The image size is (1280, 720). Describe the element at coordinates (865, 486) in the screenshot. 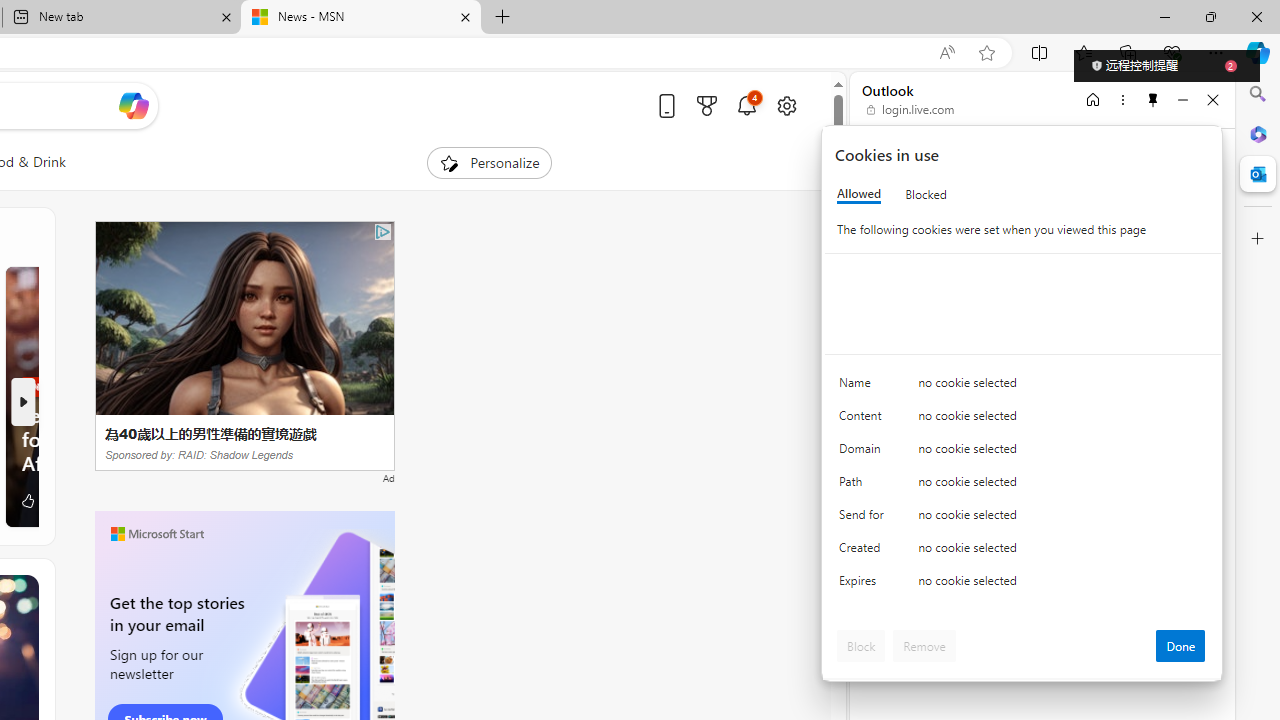

I see `'Path'` at that location.